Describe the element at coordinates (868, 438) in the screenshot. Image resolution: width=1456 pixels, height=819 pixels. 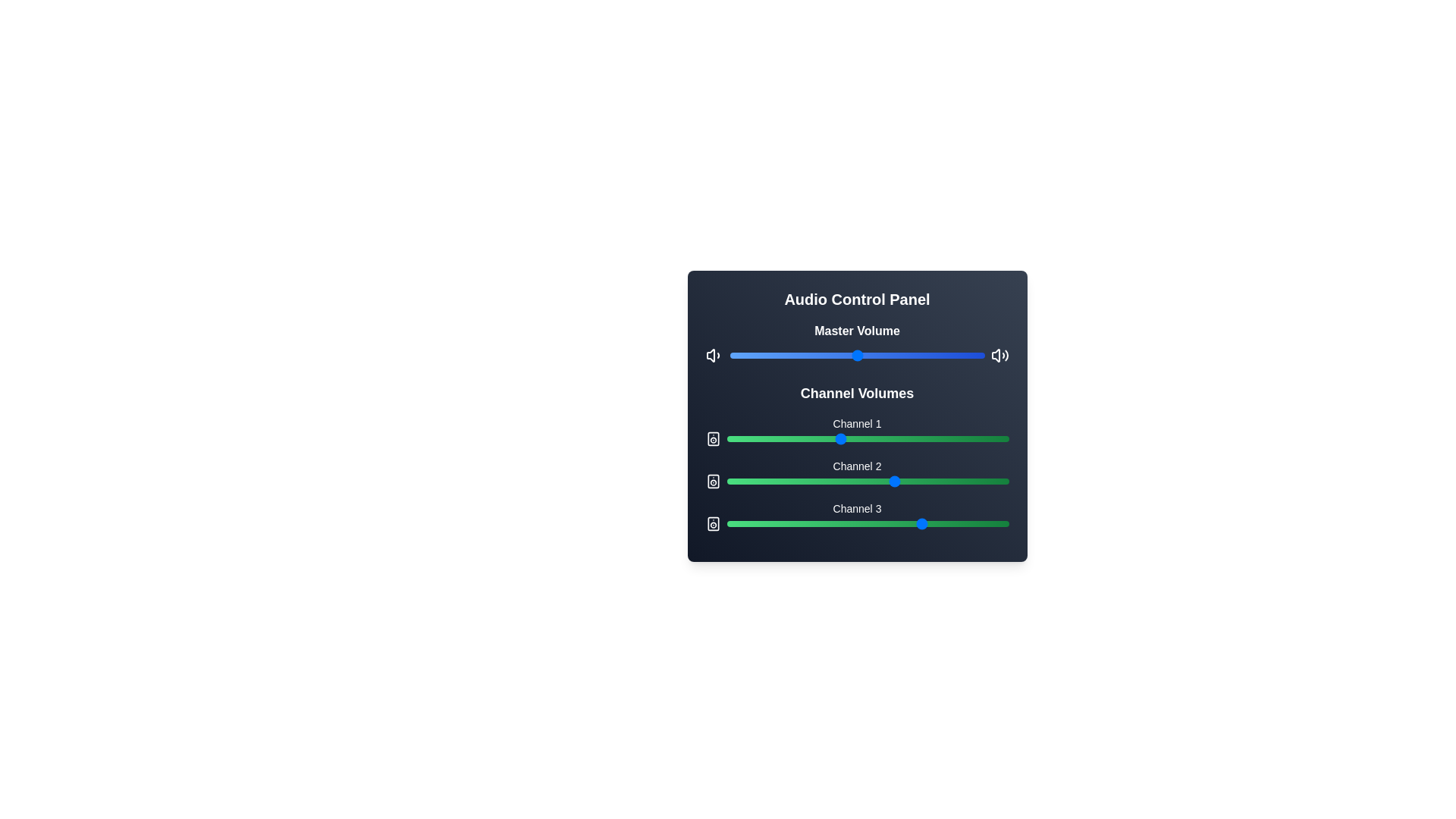
I see `the volume slider for Channel 1 to reposition the handle and adjust the audio level` at that location.